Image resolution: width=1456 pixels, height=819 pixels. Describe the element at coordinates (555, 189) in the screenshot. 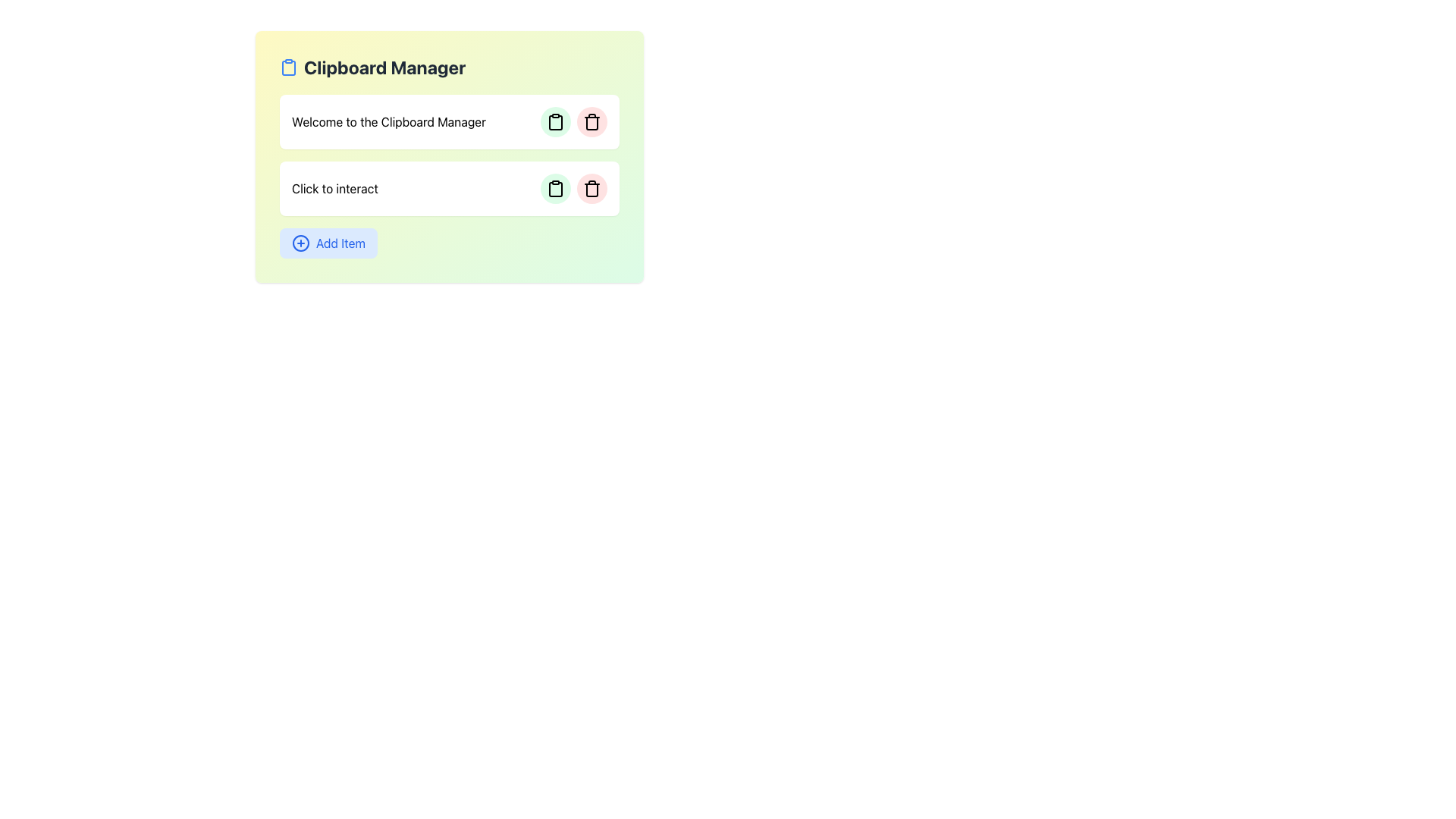

I see `the clipboard icon located in the second row of the Clipboard Manager interface, to the right of the text 'Click to interact'` at that location.